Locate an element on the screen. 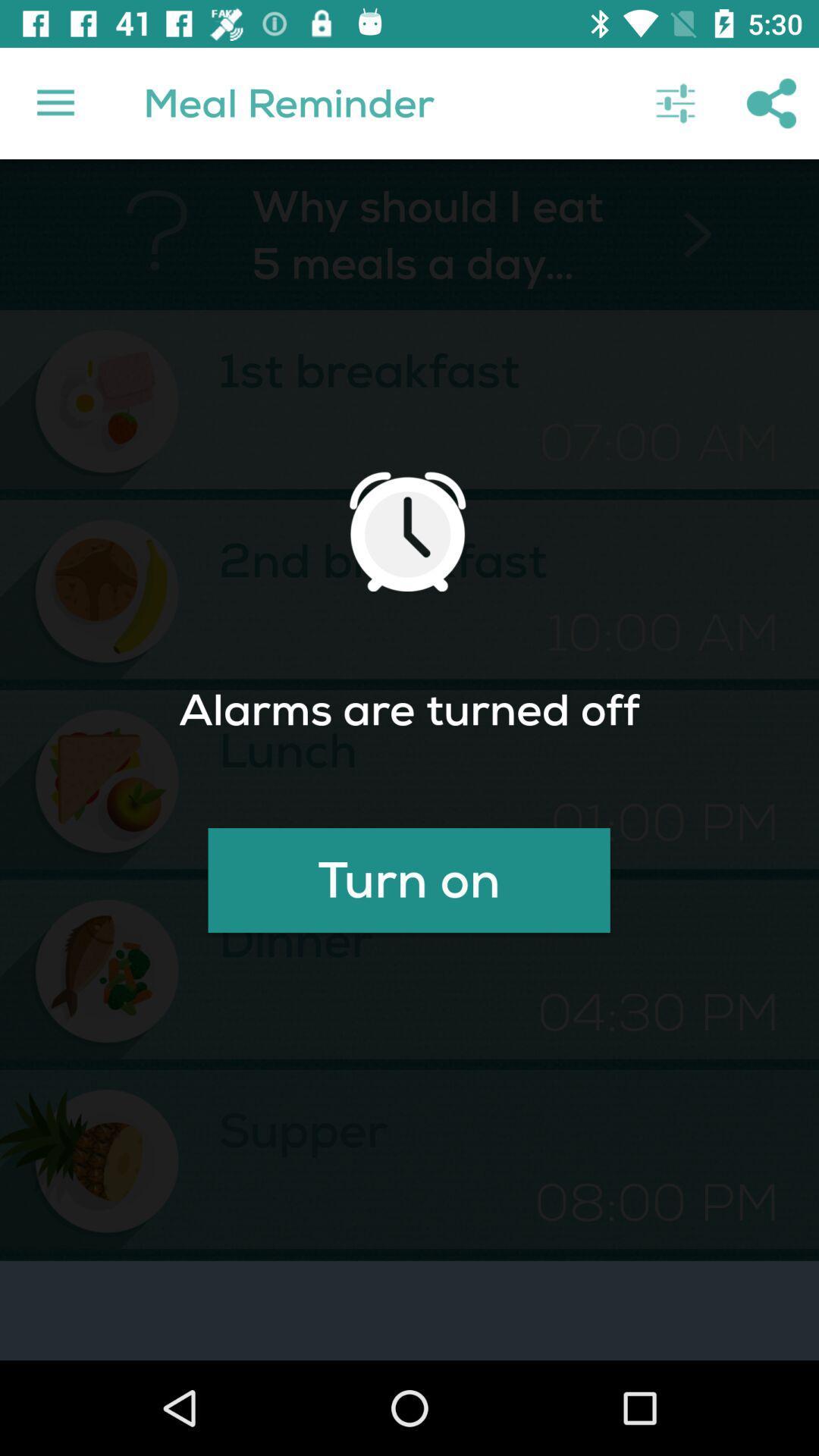  the icon to the right of the meal reminder icon is located at coordinates (675, 102).